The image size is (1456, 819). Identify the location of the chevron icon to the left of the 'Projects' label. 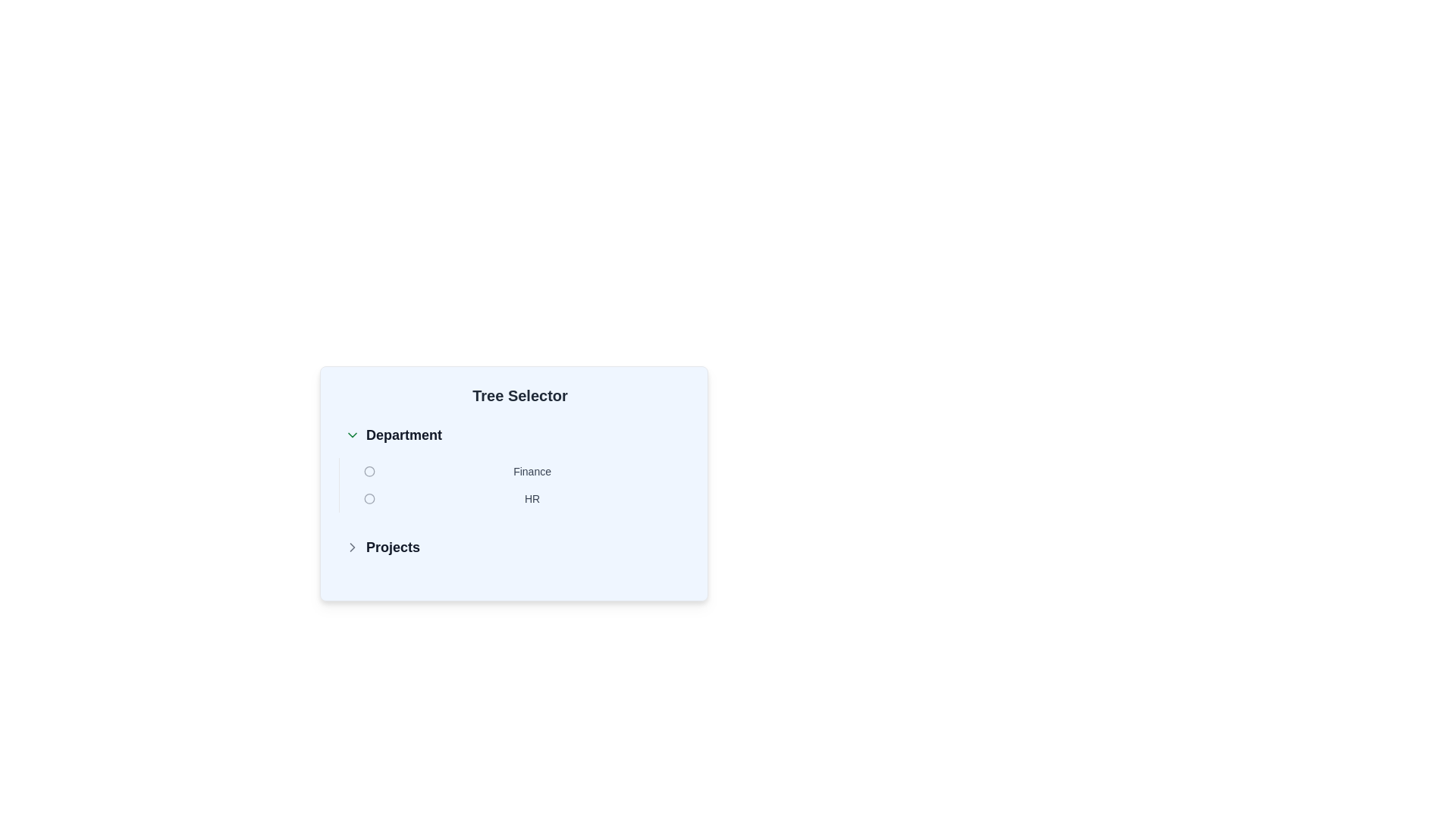
(352, 547).